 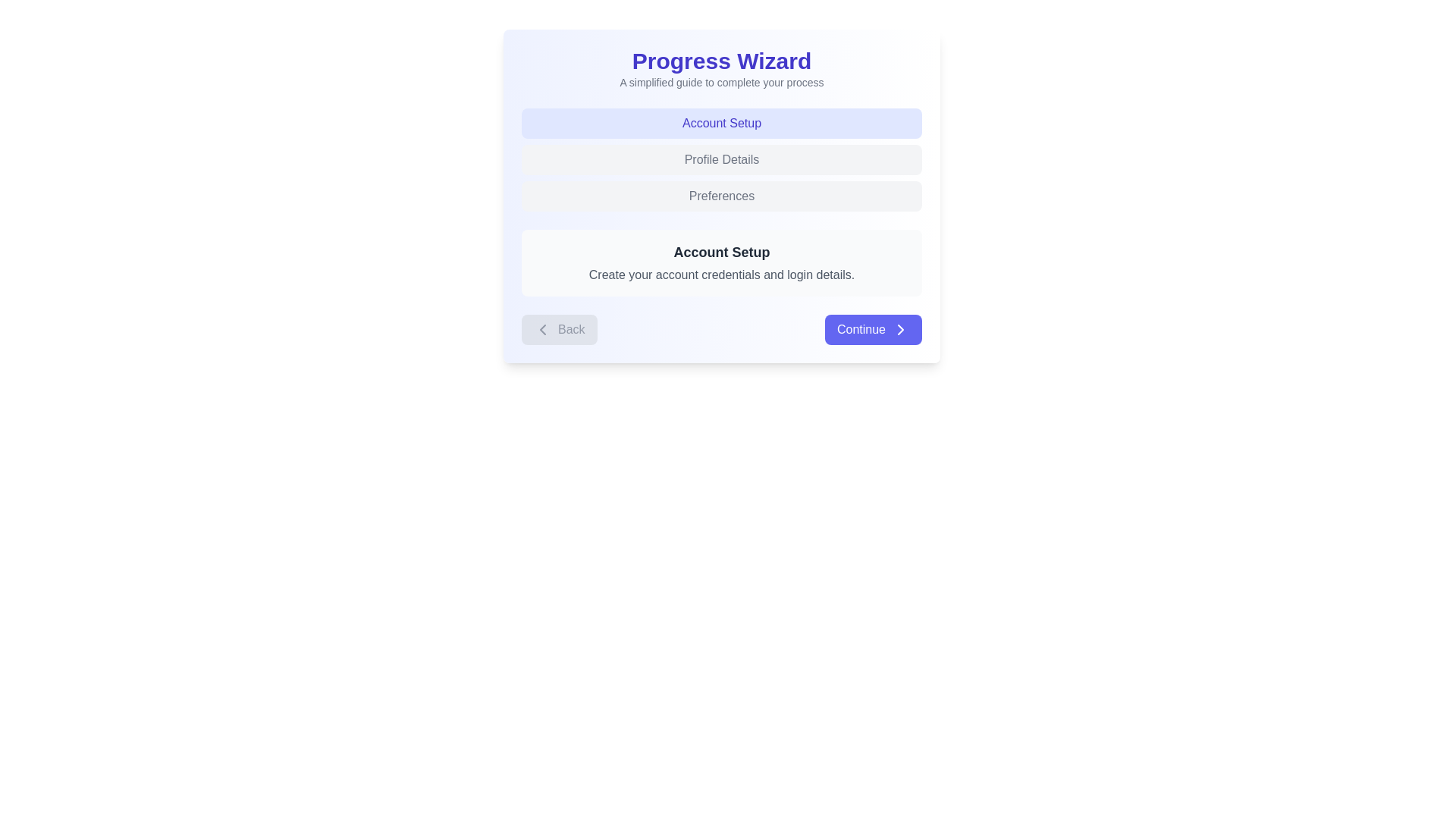 What do you see at coordinates (542, 329) in the screenshot?
I see `the 'Back' button which contains the leftward-pointing chevron icon on its left side` at bounding box center [542, 329].